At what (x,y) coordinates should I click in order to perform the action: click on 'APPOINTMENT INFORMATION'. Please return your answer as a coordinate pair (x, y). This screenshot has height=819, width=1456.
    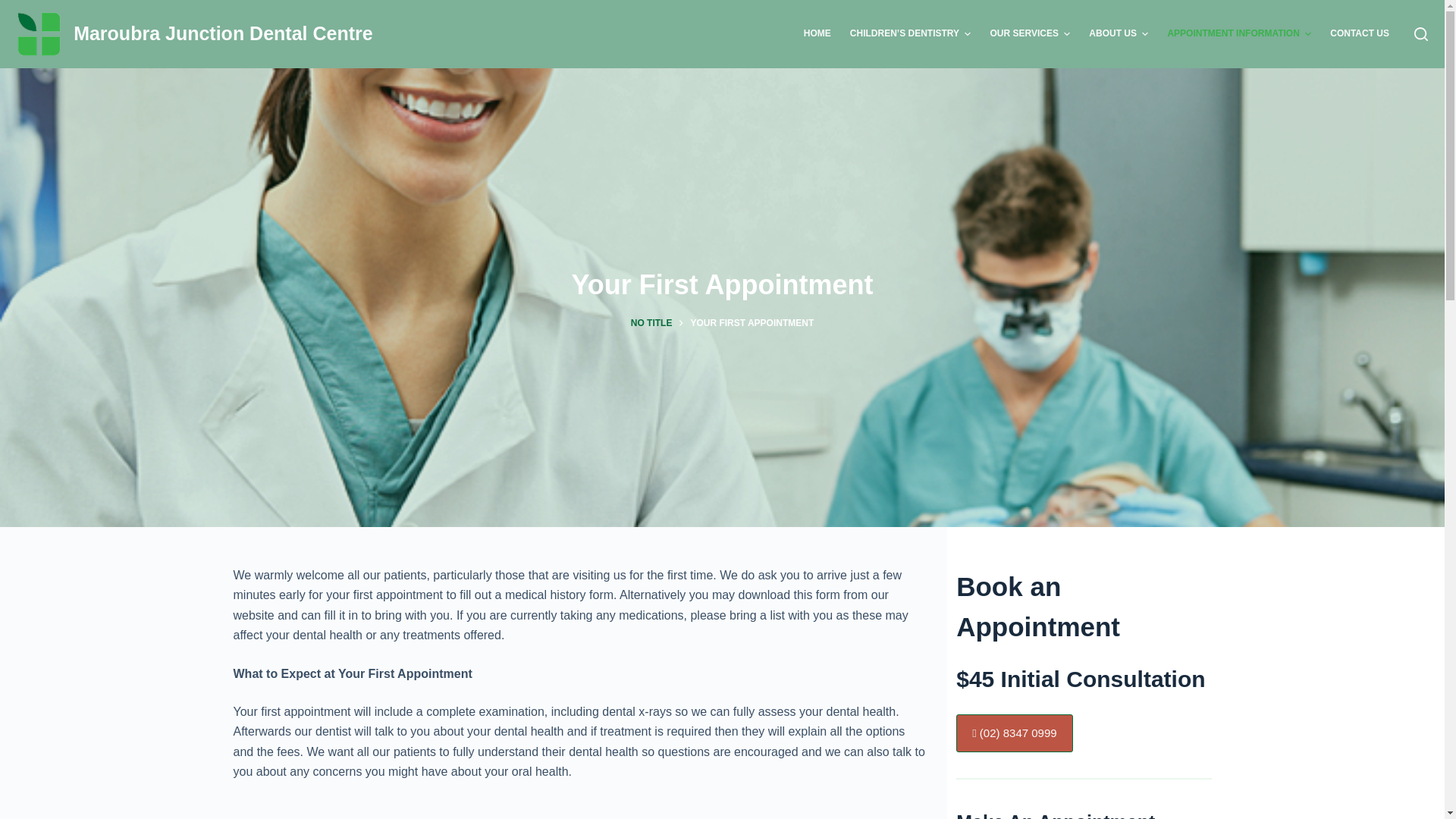
    Looking at the image, I should click on (1239, 34).